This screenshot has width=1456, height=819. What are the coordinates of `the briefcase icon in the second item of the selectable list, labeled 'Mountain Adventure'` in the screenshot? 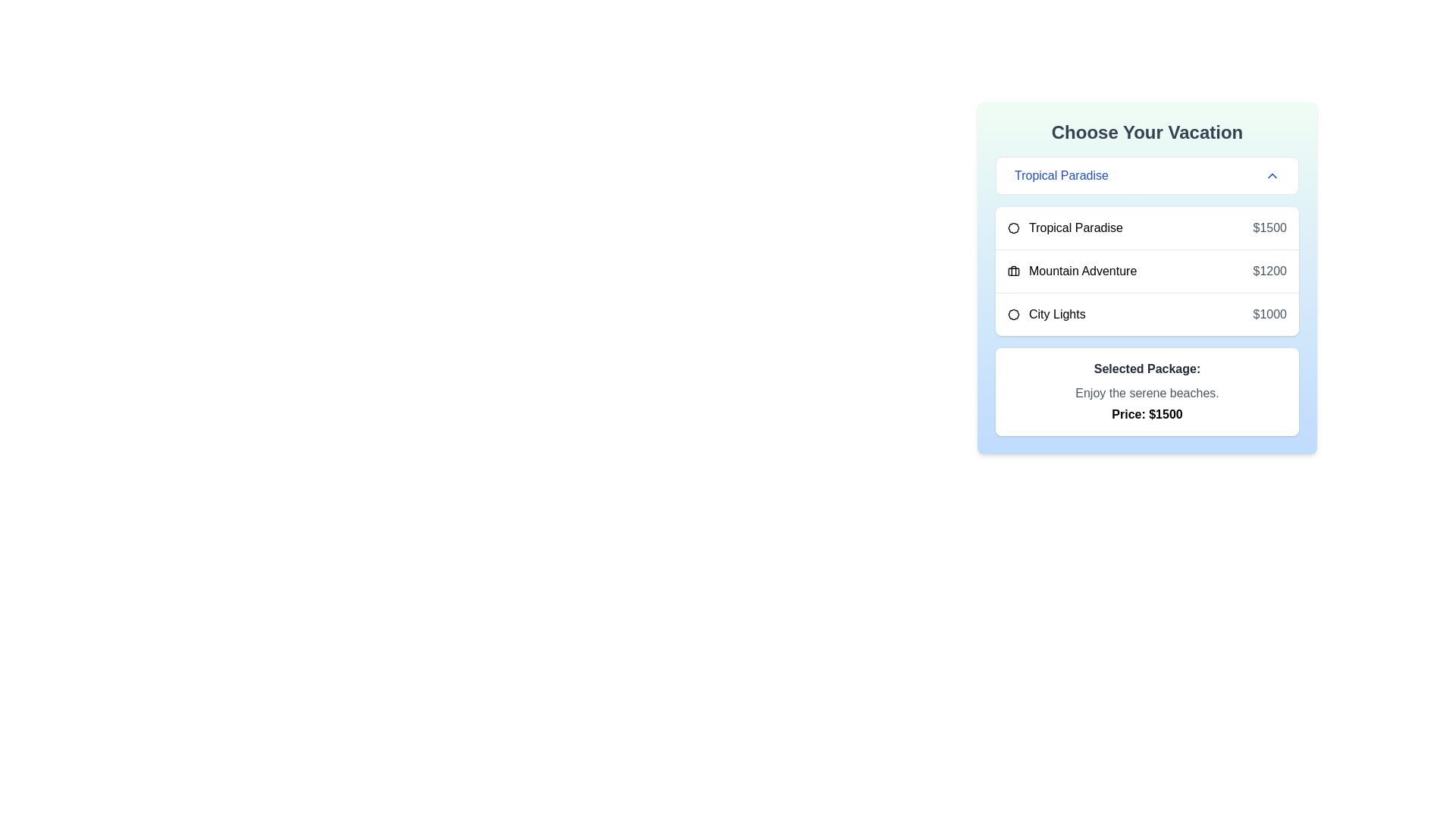 It's located at (1147, 270).